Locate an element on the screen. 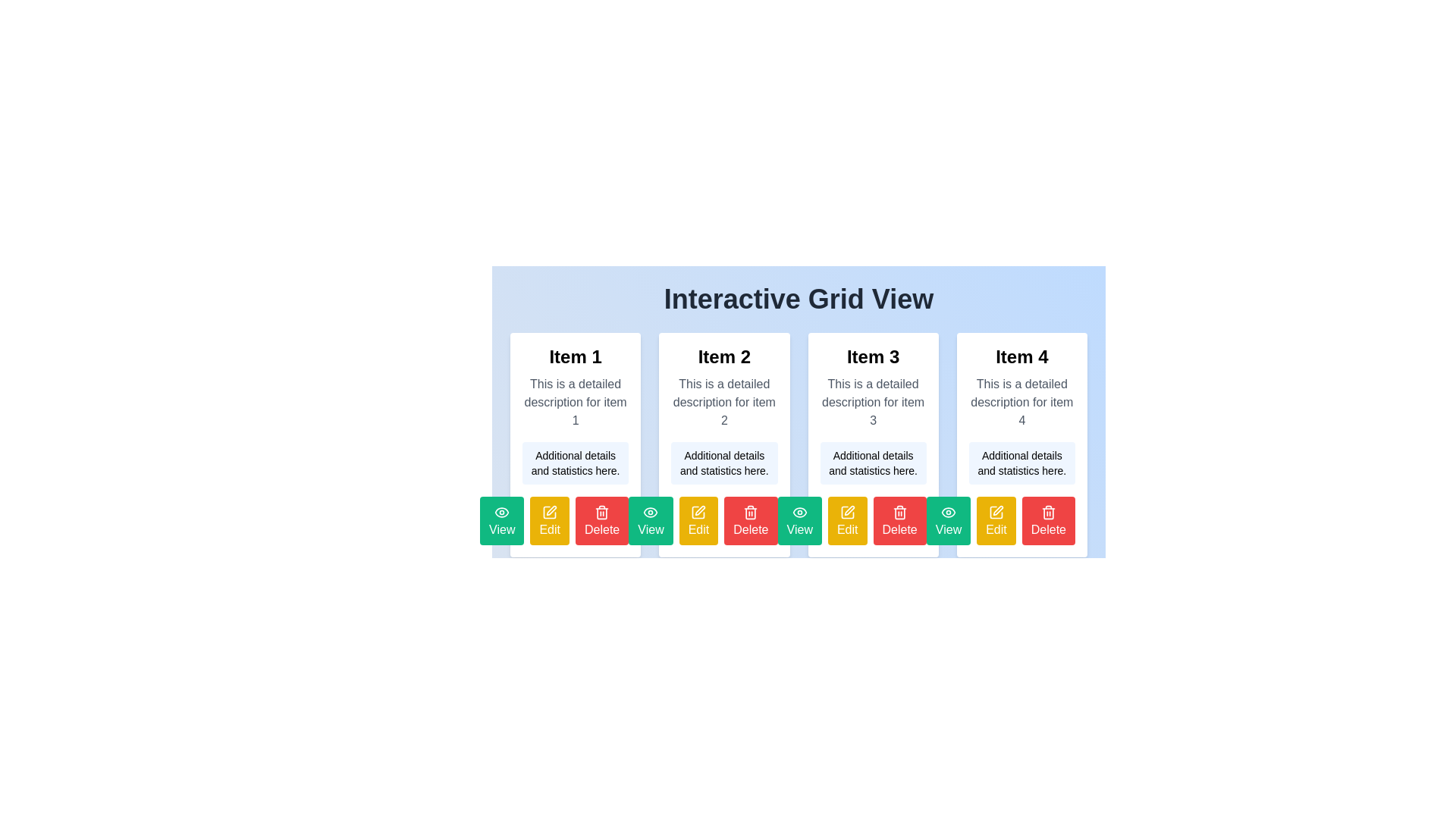 This screenshot has height=819, width=1456. the heading text label 'Item 2' is located at coordinates (723, 356).